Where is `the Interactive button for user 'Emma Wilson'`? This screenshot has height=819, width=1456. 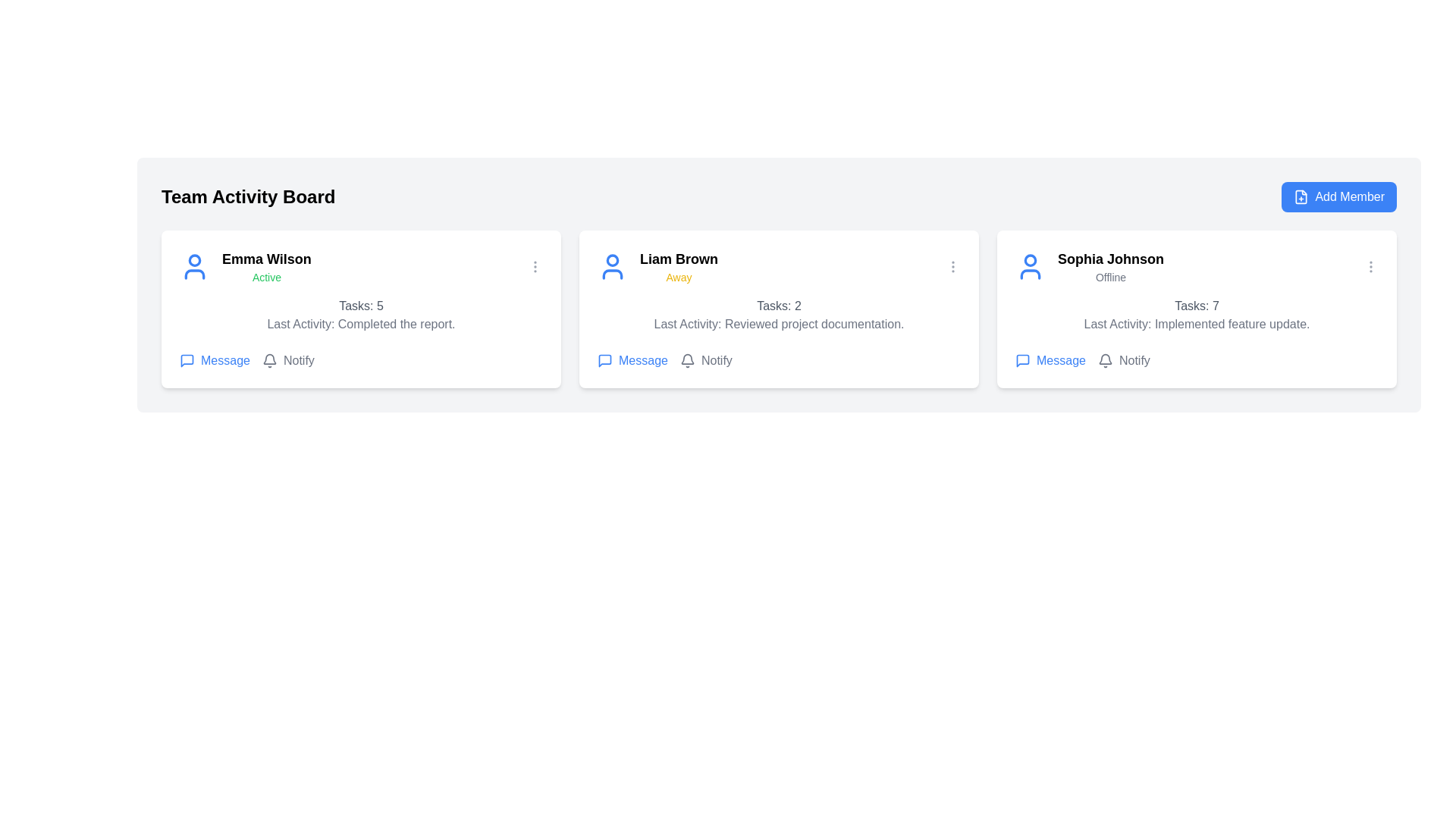 the Interactive button for user 'Emma Wilson' is located at coordinates (214, 360).